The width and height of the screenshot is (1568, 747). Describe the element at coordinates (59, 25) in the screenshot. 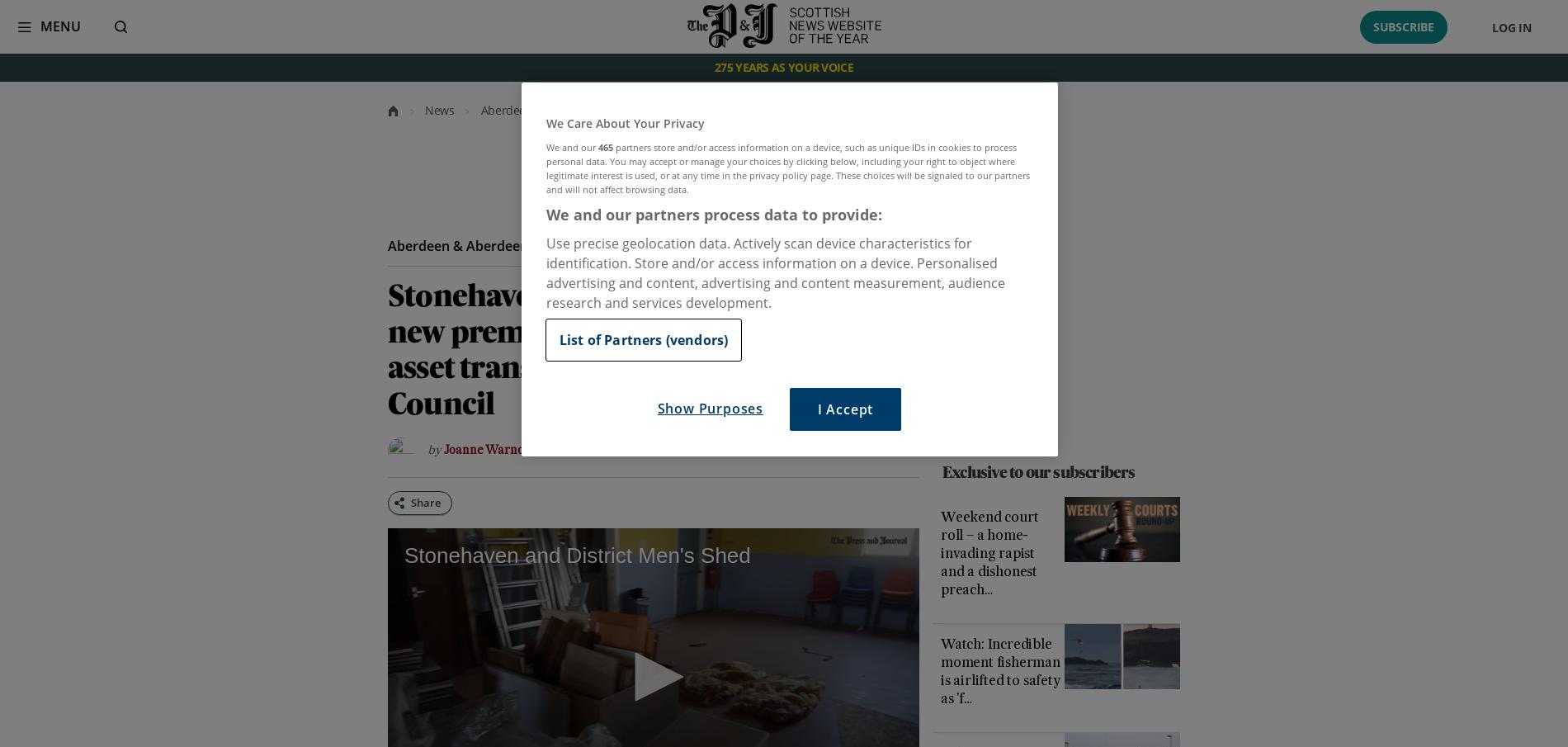

I see `'Menu'` at that location.